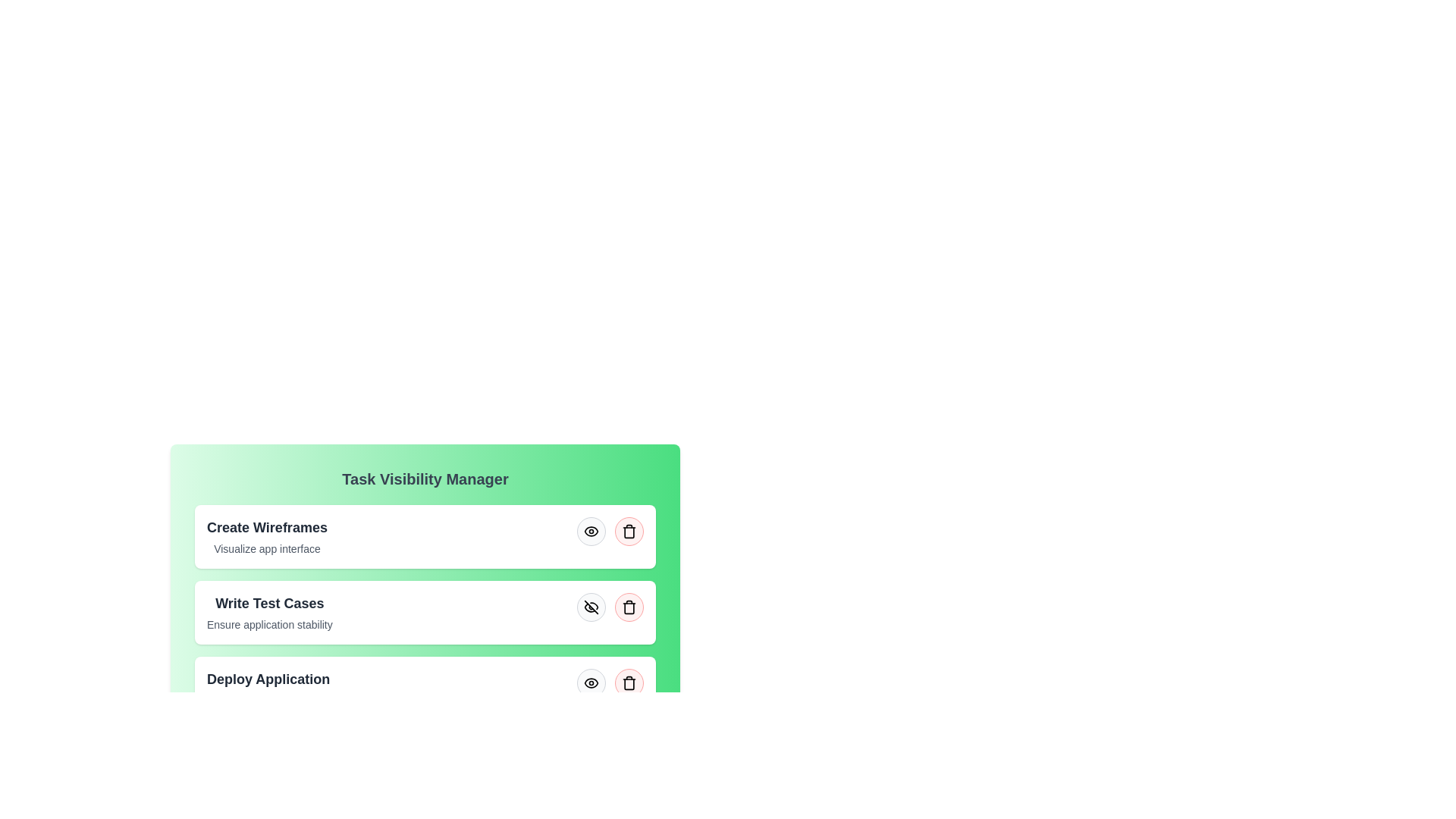 The height and width of the screenshot is (819, 1456). What do you see at coordinates (629, 607) in the screenshot?
I see `trash icon to remove the task with the title Write Test Cases` at bounding box center [629, 607].